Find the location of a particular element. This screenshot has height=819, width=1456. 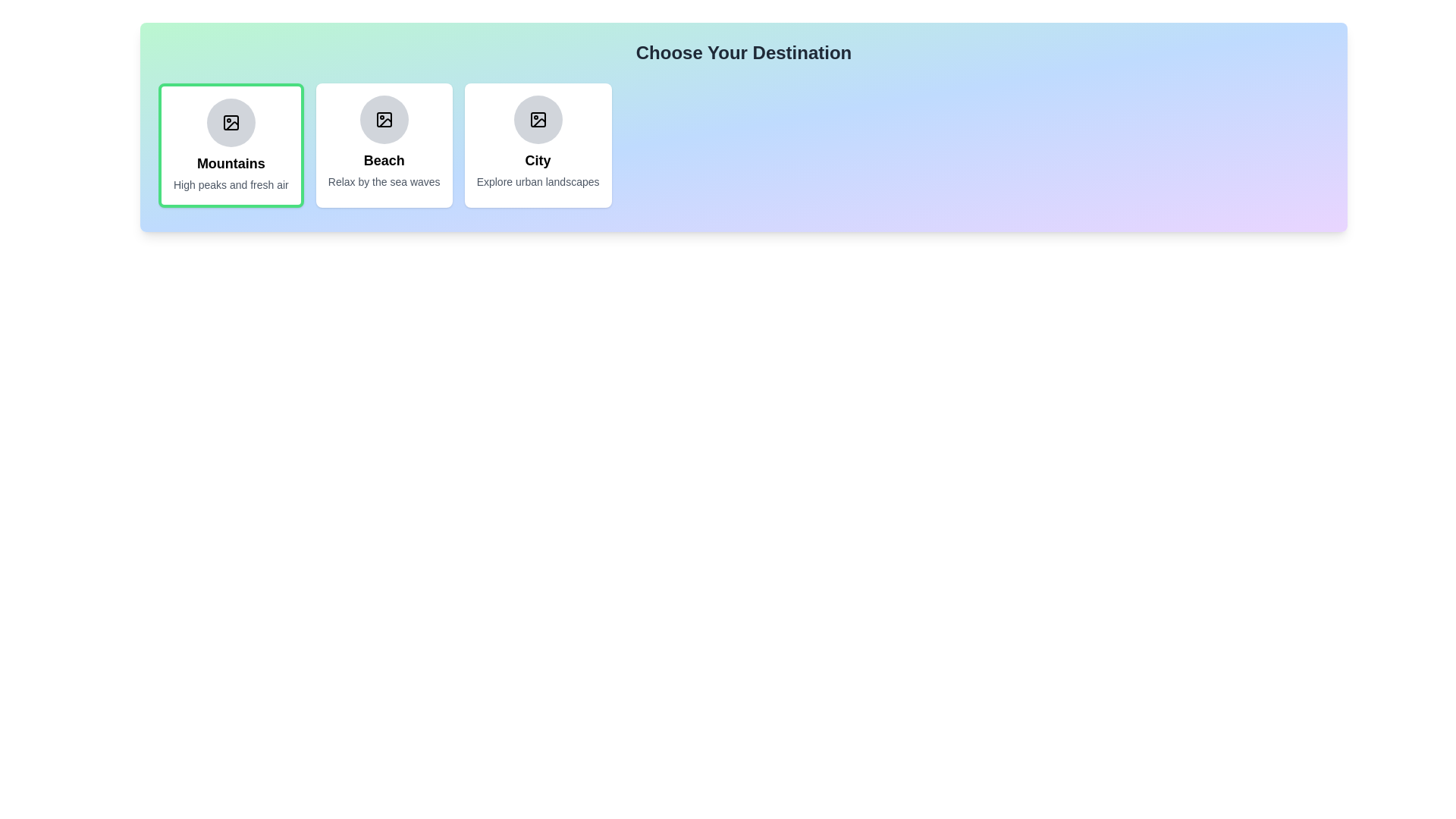

the chip labeled 'City' to observe its hover effect is located at coordinates (538, 146).